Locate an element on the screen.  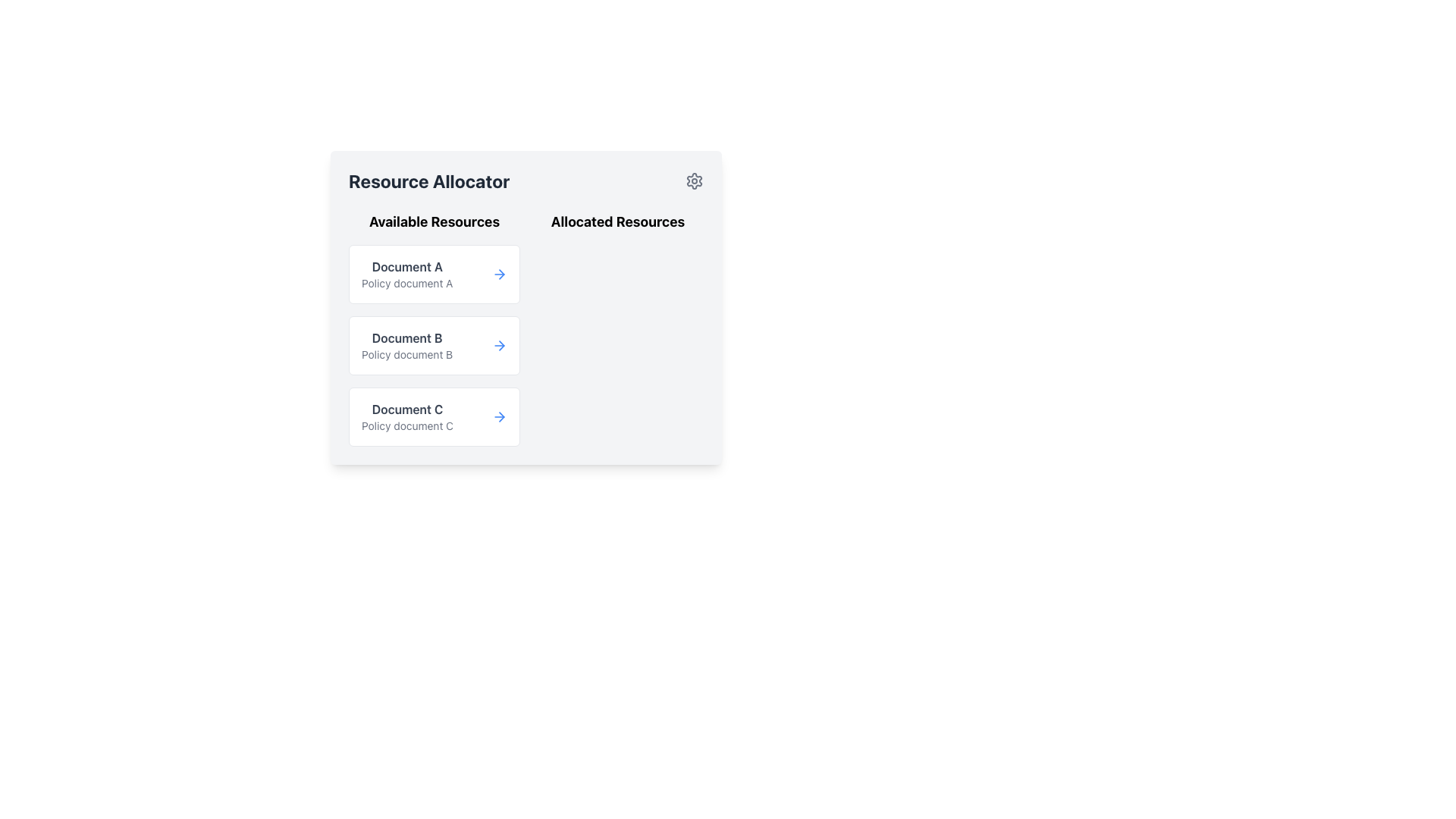
the rightward arrow button, which is icon-based and blue in color, located on the rightmost edge of the card containing 'Document B' in the 'Available Resources' section is located at coordinates (499, 345).